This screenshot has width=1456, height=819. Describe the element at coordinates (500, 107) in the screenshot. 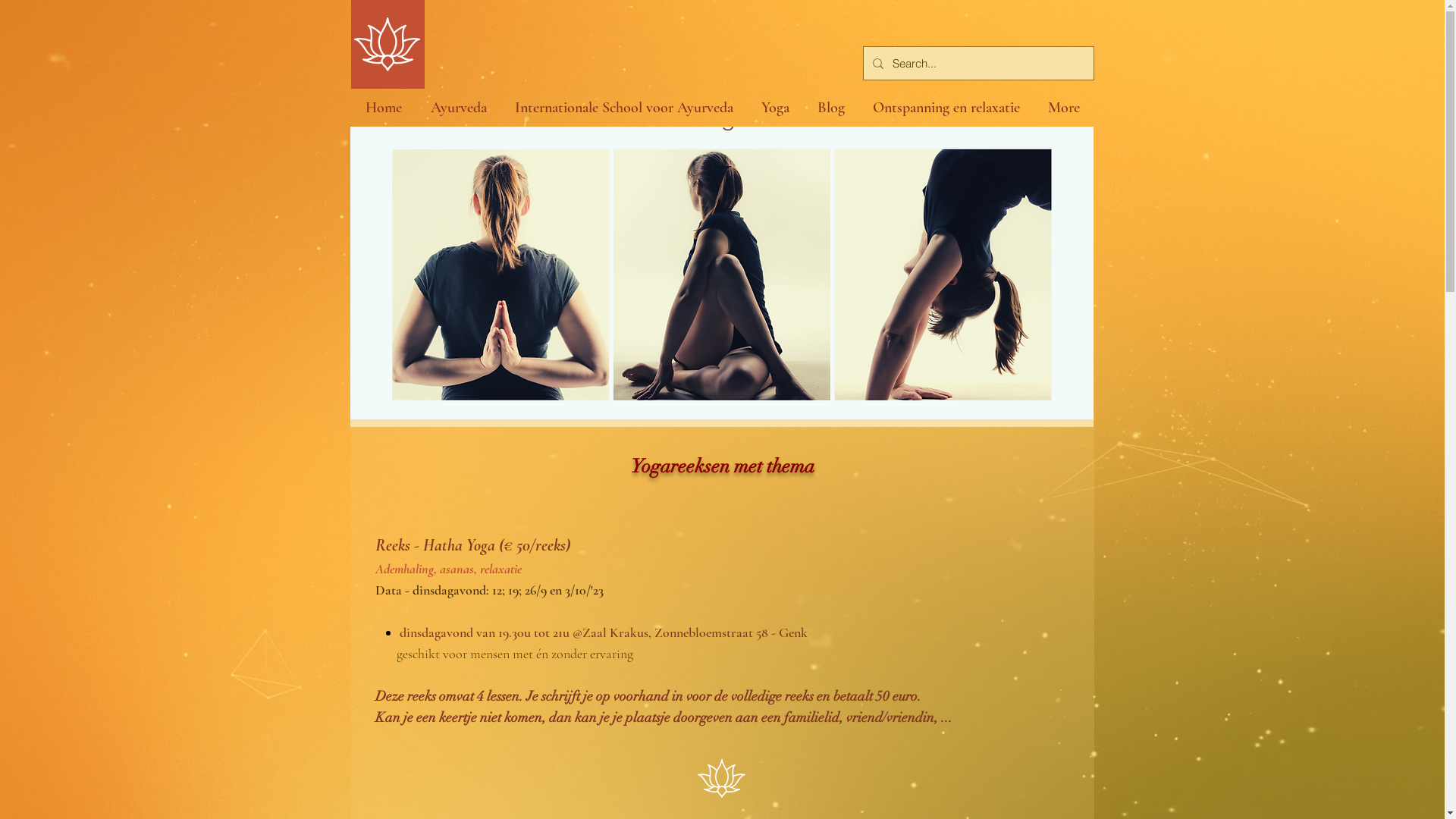

I see `'Internationale School voor Ayurveda'` at that location.